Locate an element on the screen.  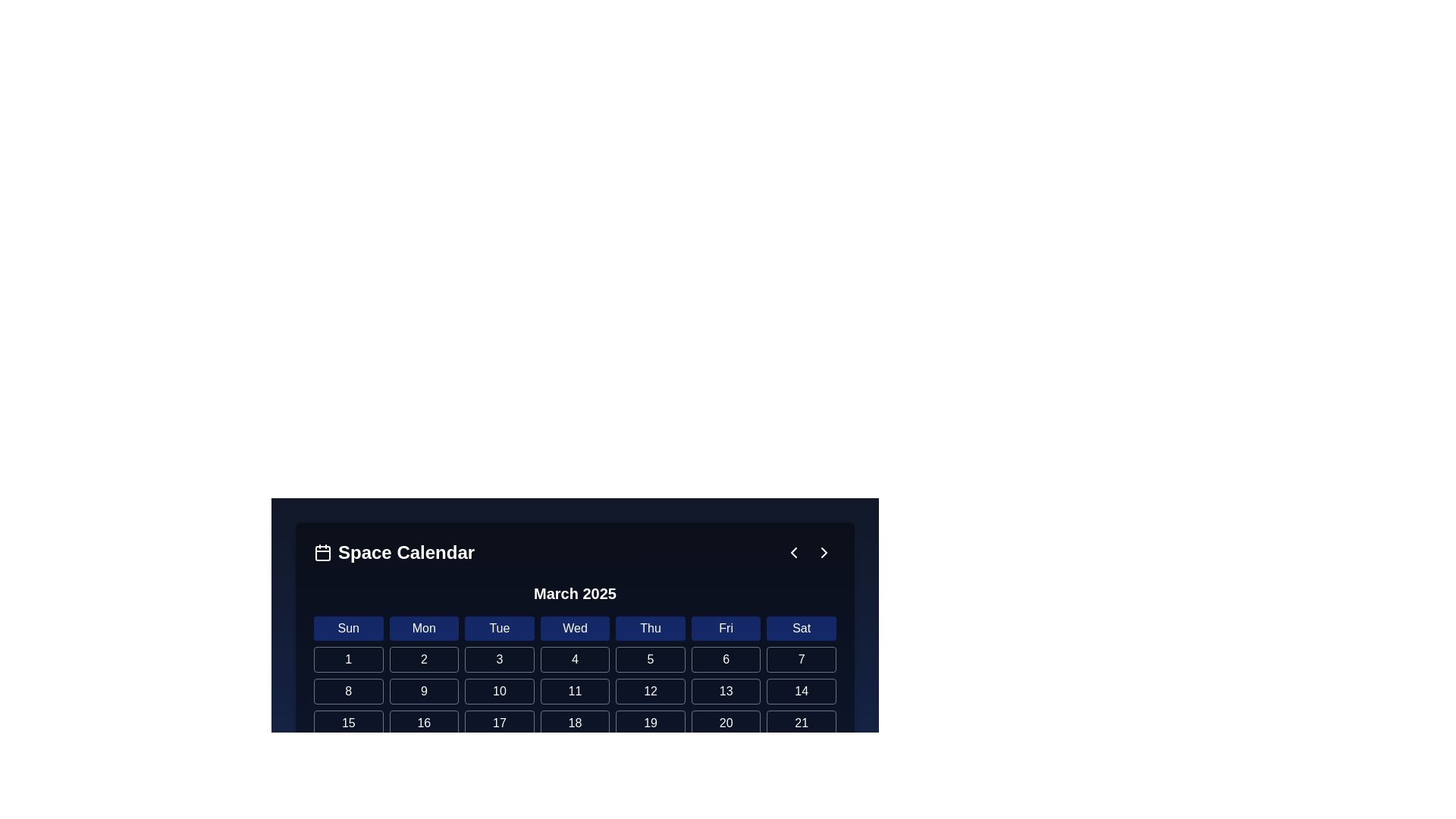
the text label that reads 'Sat', which has a blue background and is located in the seventh column of the topmost row in the calendar grid is located at coordinates (801, 629).